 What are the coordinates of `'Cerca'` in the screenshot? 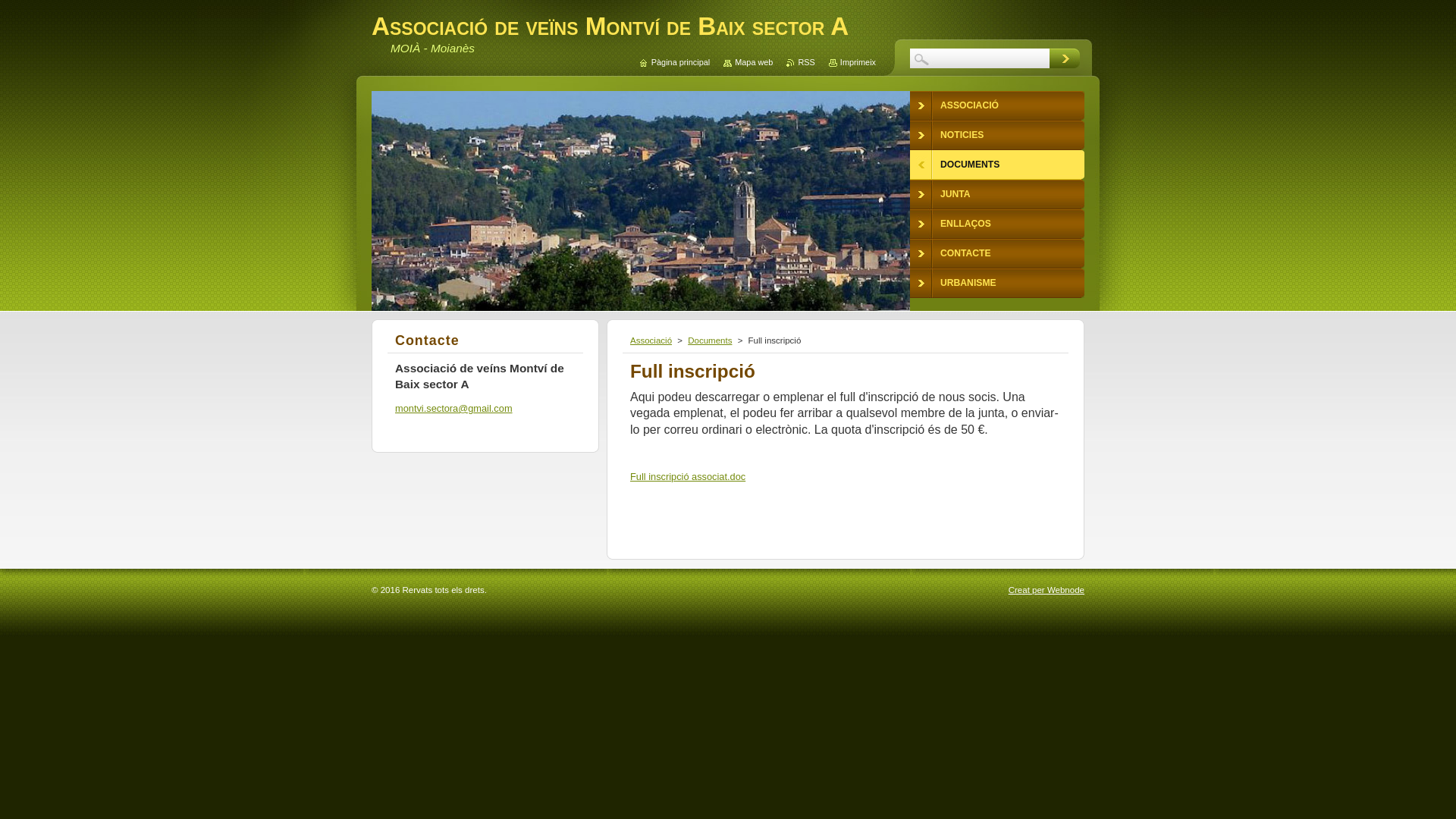 It's located at (1064, 58).